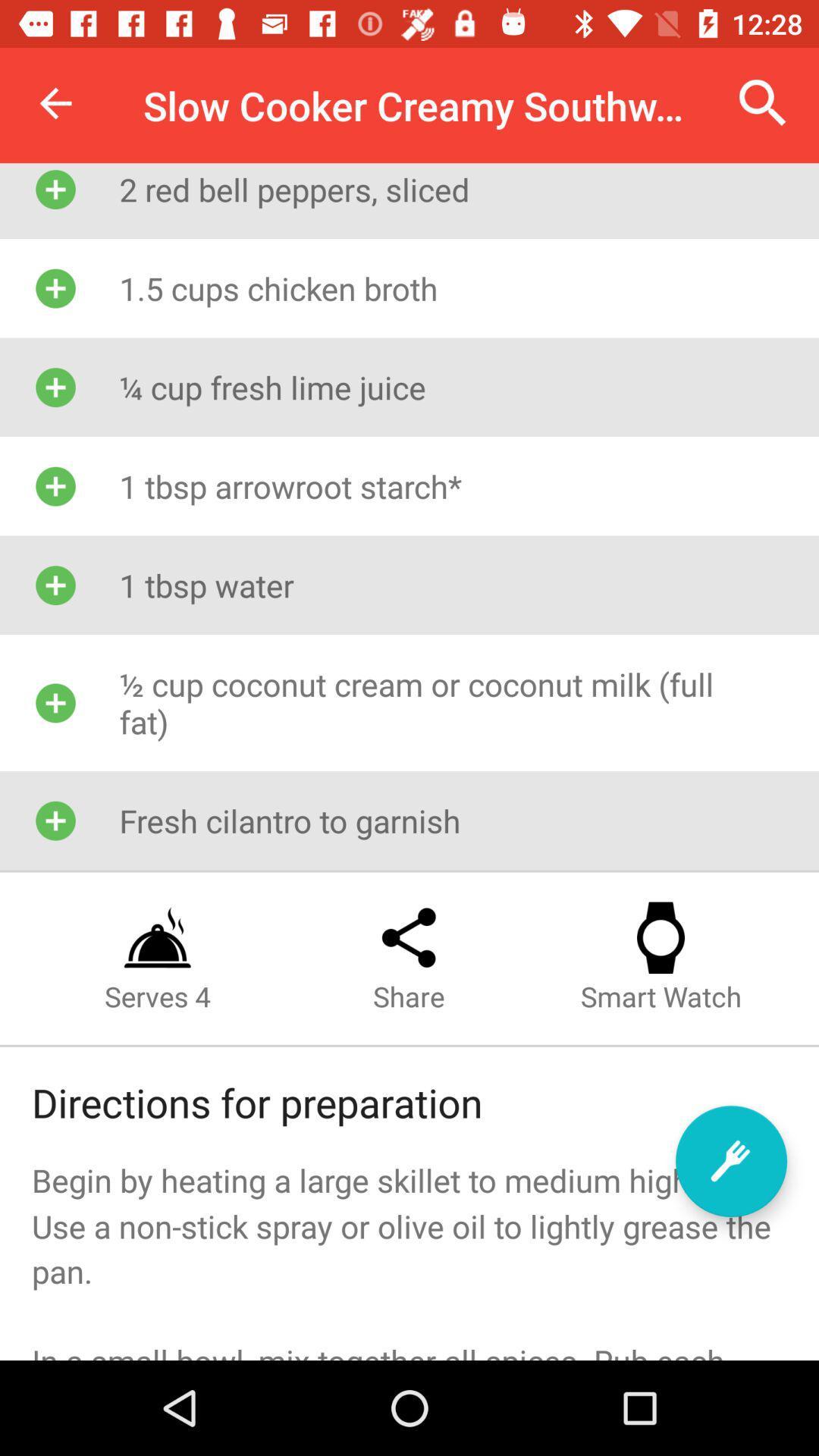 The width and height of the screenshot is (819, 1456). I want to click on the item next to the slow cooker creamy icon, so click(55, 102).